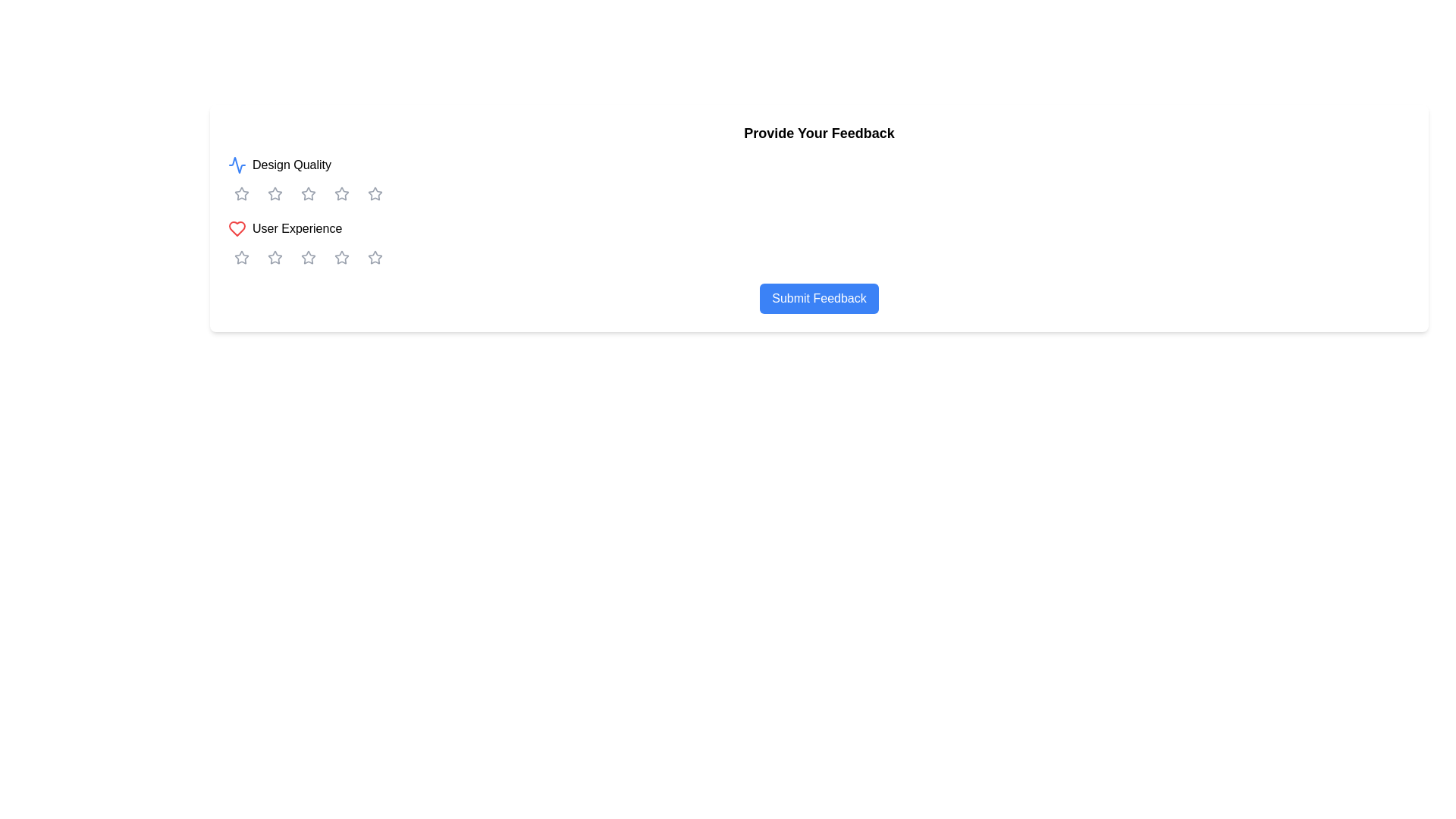 This screenshot has width=1456, height=819. What do you see at coordinates (375, 256) in the screenshot?
I see `the fifth star icon in the horizontal sequence of rating stars under the 'User Experience' category` at bounding box center [375, 256].